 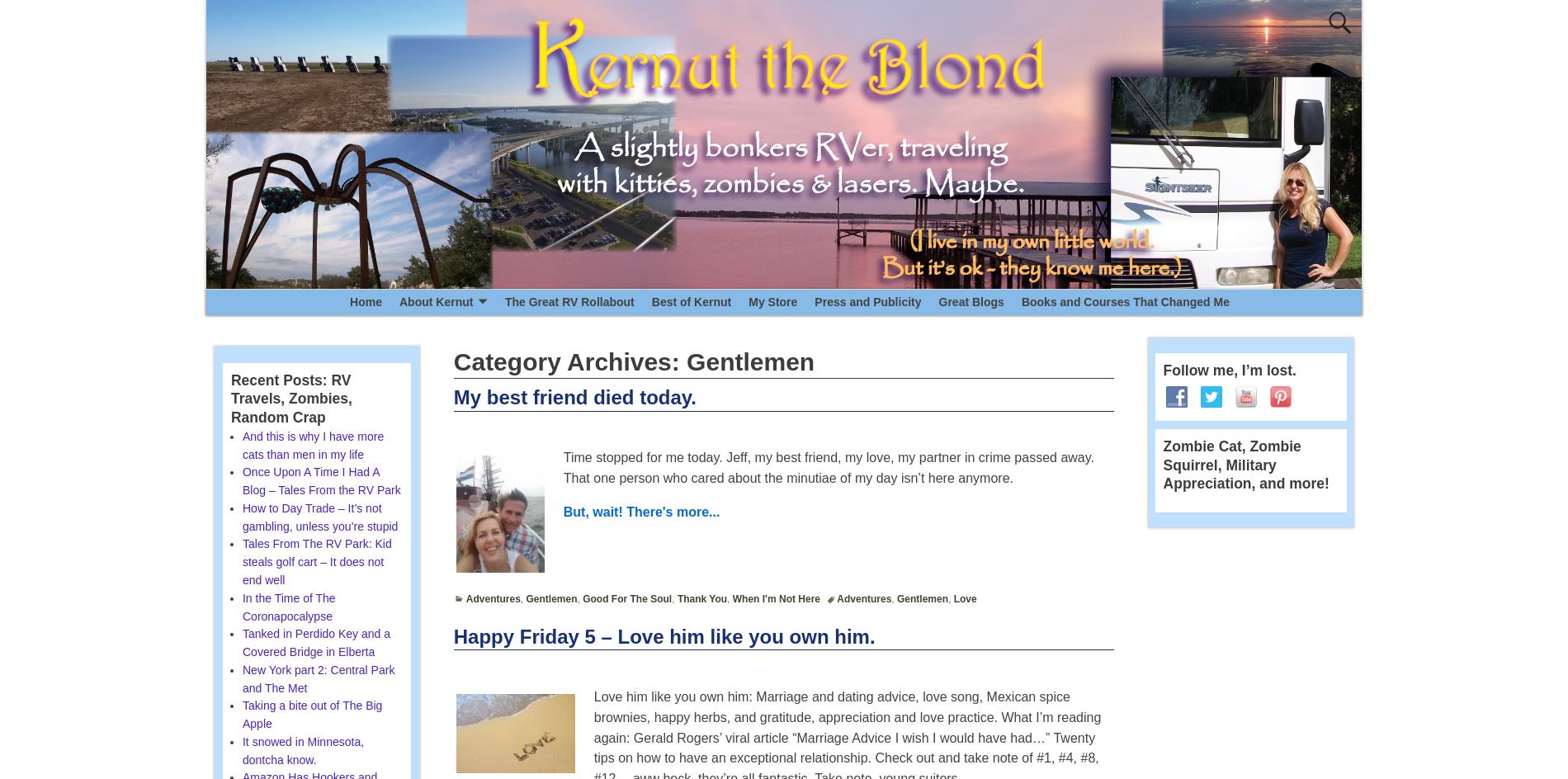 What do you see at coordinates (319, 480) in the screenshot?
I see `'Once Upon A Time I Had A Blog – Tales From the RV Park'` at bounding box center [319, 480].